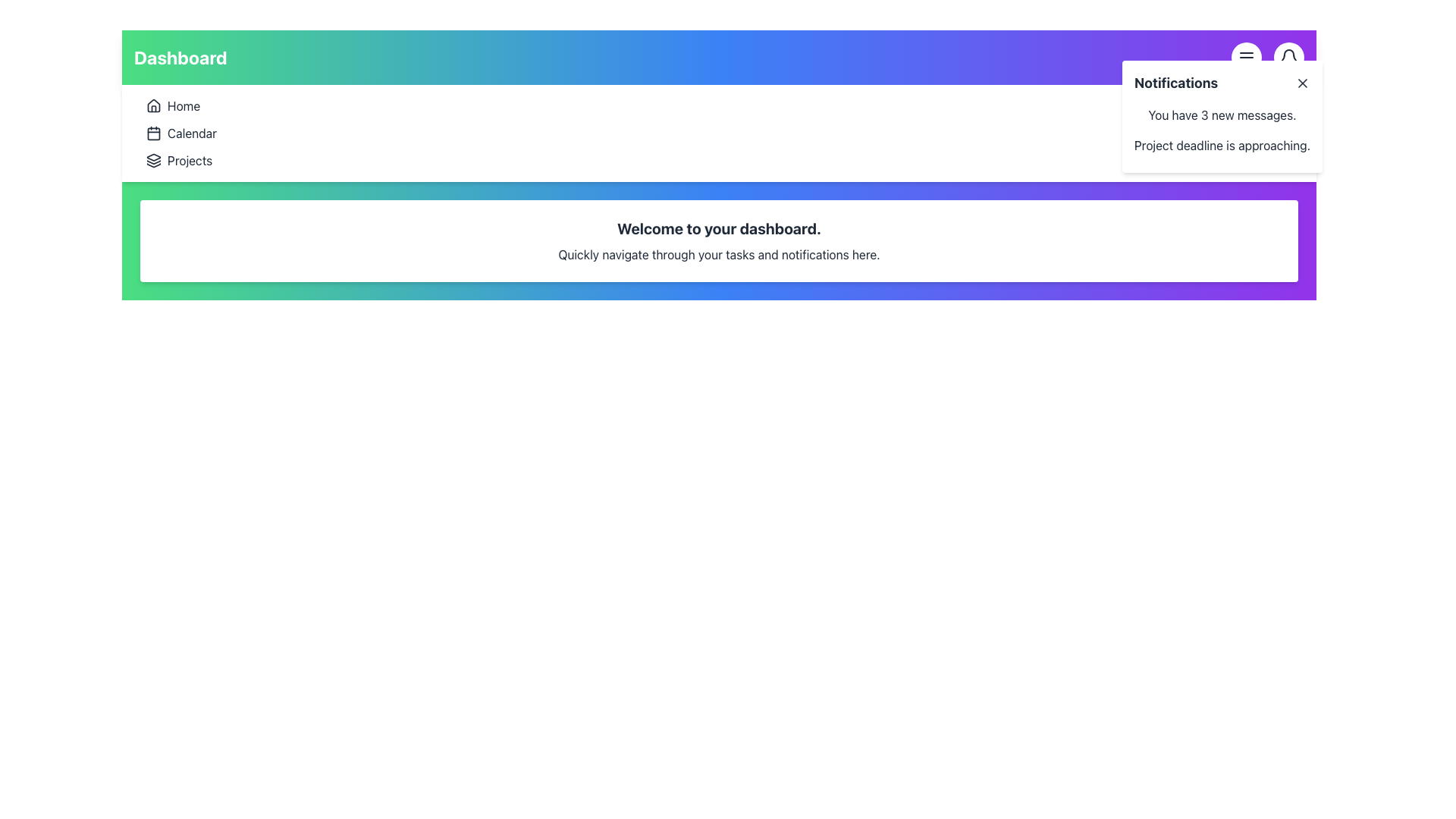  I want to click on the calendar icon, which is styled with a black outline and white fill, located in the vertical sidebar navigation to the left of the 'Calendar' label, so click(153, 133).